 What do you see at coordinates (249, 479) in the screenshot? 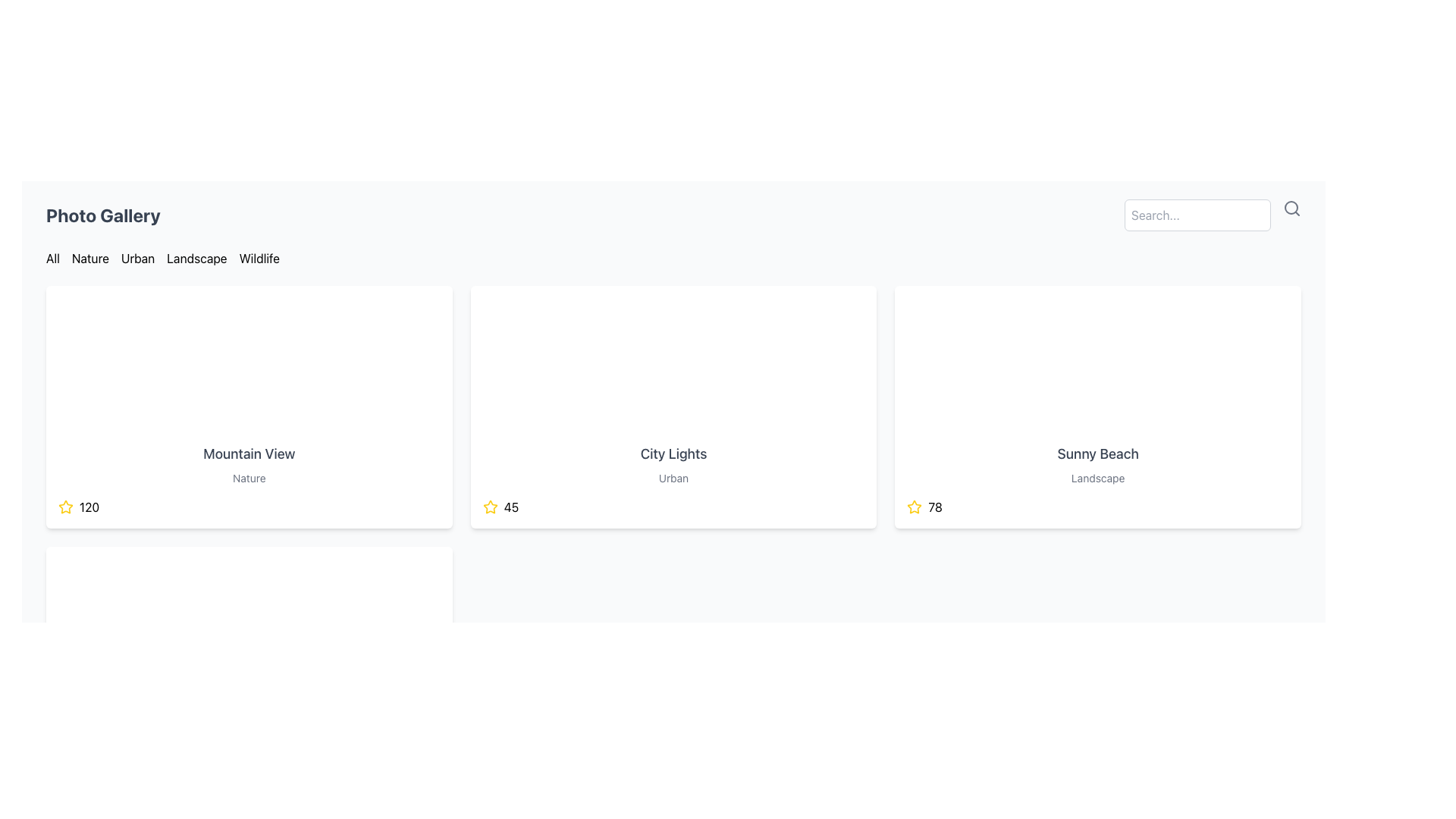
I see `the static text label displaying 'nature' located beneath the 'Mountain View' heading` at bounding box center [249, 479].